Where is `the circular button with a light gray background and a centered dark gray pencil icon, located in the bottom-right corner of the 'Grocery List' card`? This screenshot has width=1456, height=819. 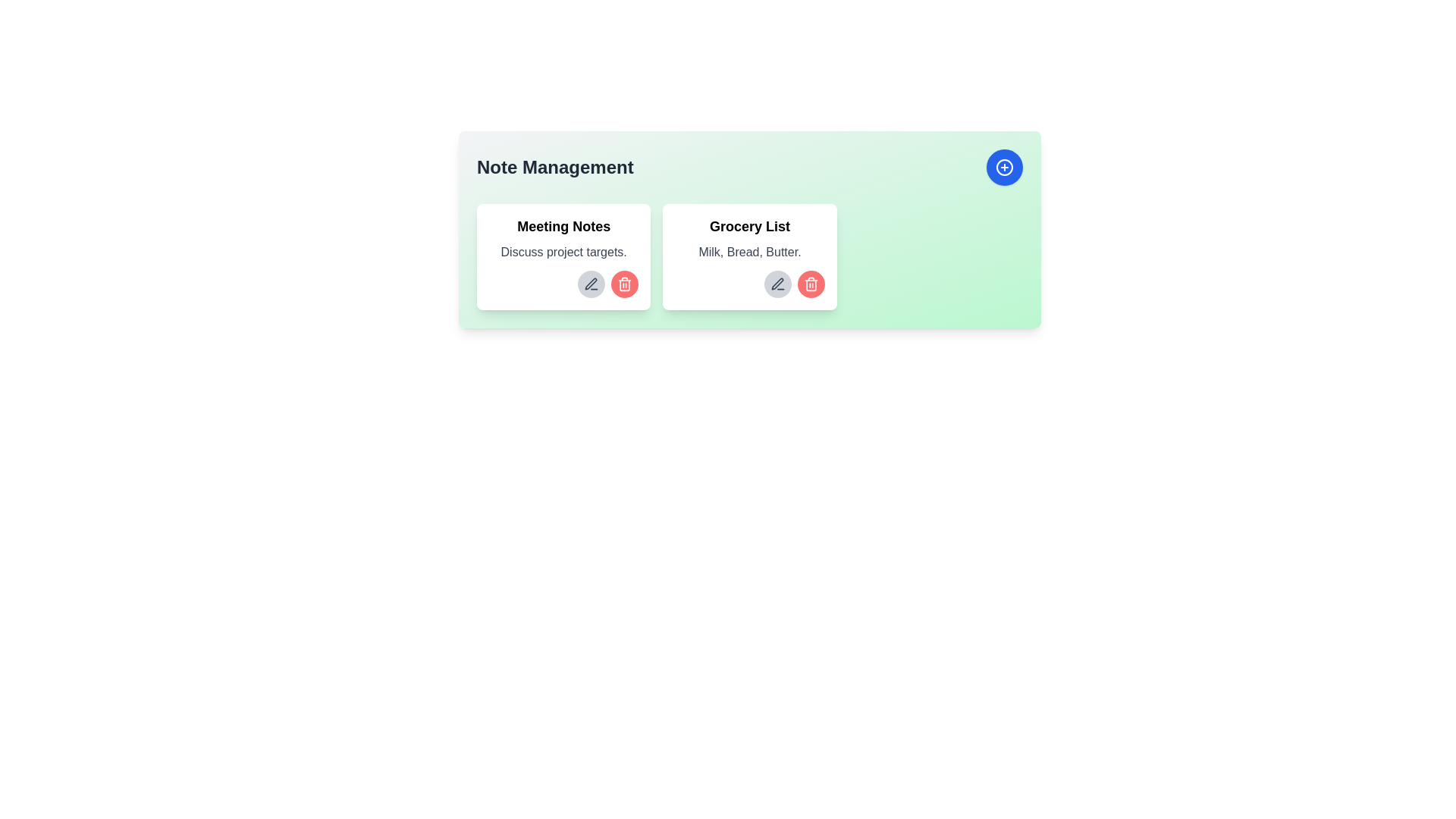 the circular button with a light gray background and a centered dark gray pencil icon, located in the bottom-right corner of the 'Grocery List' card is located at coordinates (777, 284).